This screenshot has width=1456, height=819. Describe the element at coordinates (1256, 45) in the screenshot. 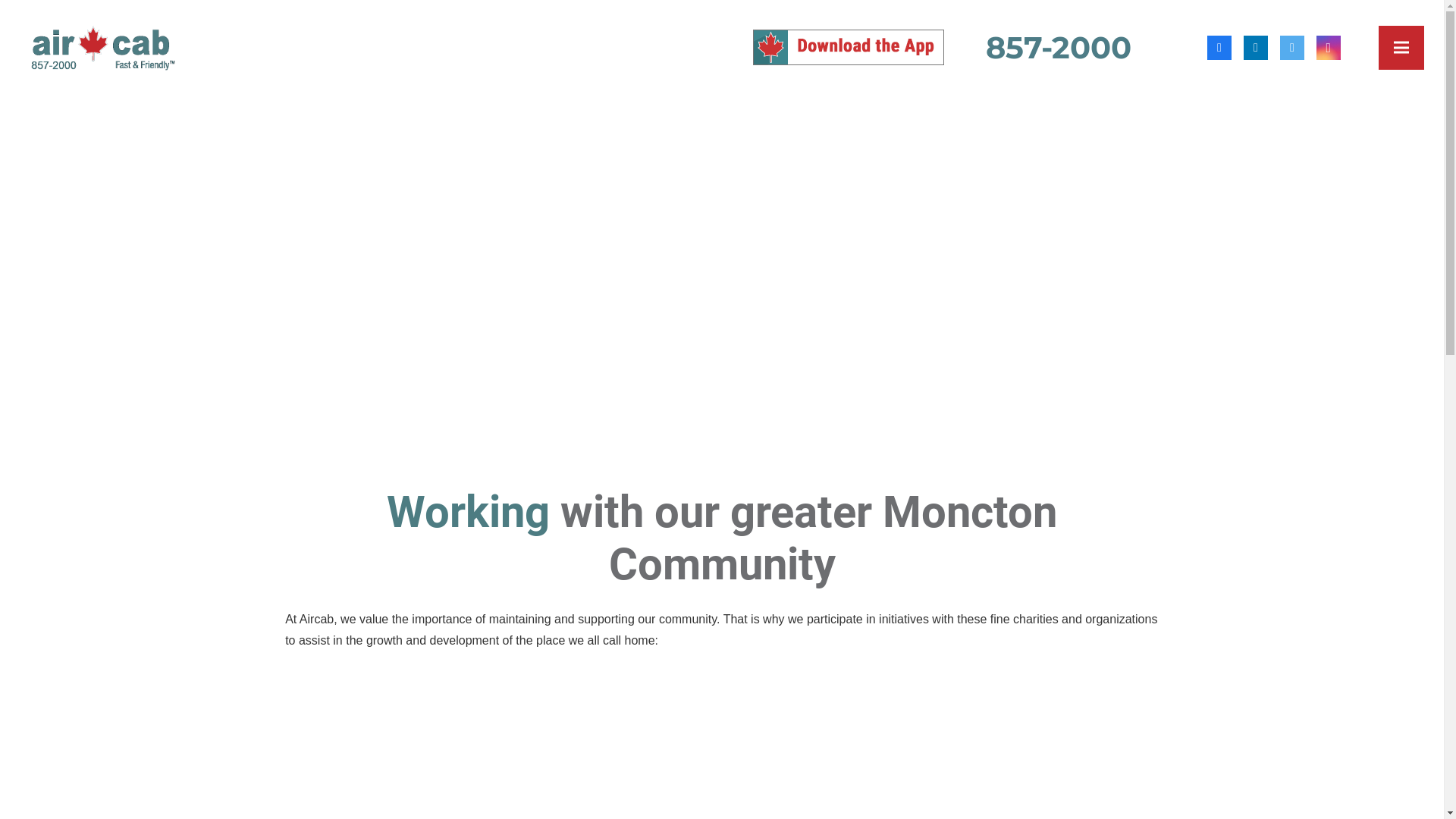

I see `'LinkedIn'` at that location.